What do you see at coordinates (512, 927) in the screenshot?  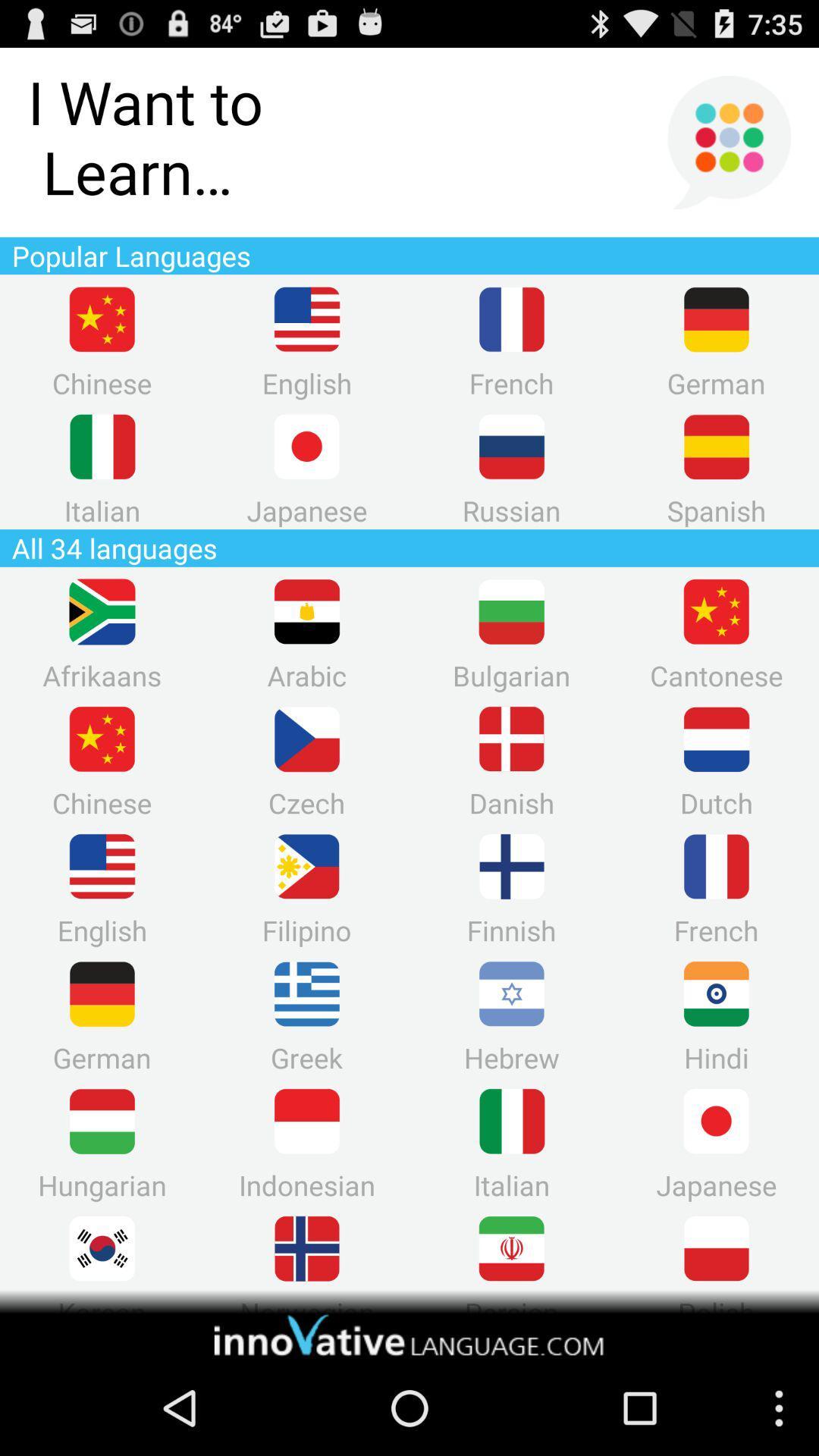 I see `the add icon` at bounding box center [512, 927].